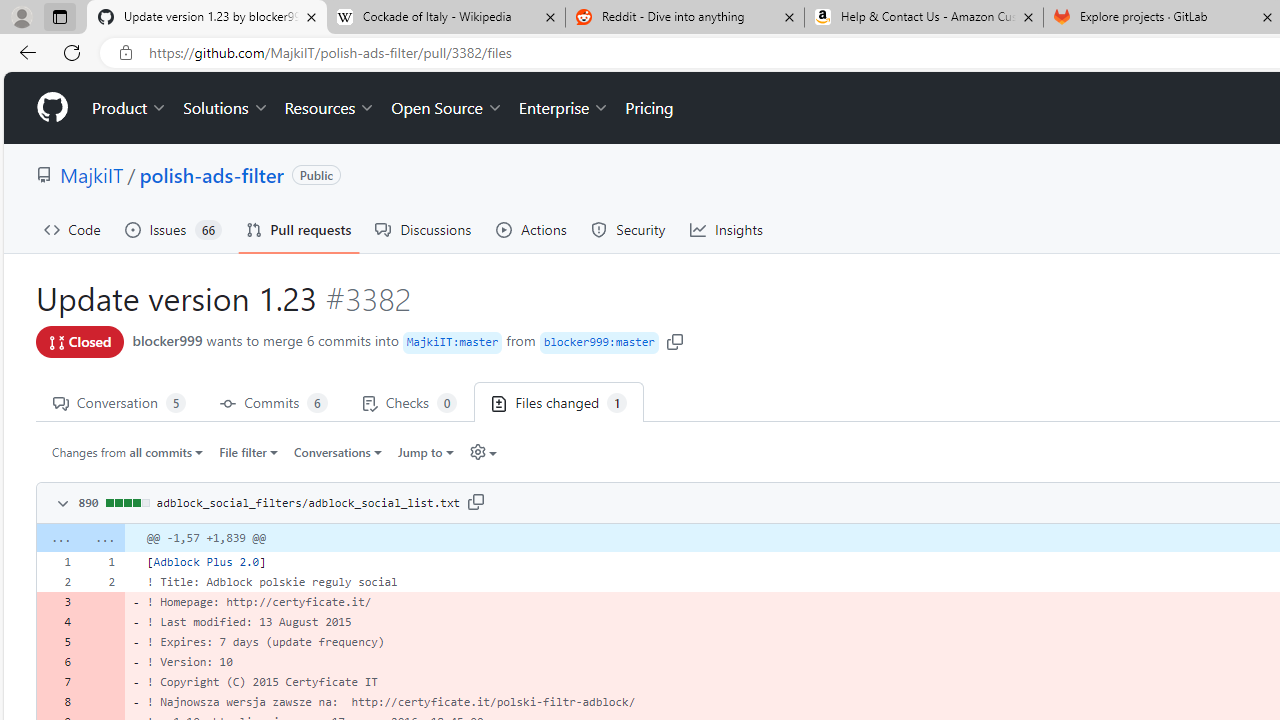 The width and height of the screenshot is (1280, 720). Describe the element at coordinates (127, 451) in the screenshot. I see `'Changes from all commits'` at that location.